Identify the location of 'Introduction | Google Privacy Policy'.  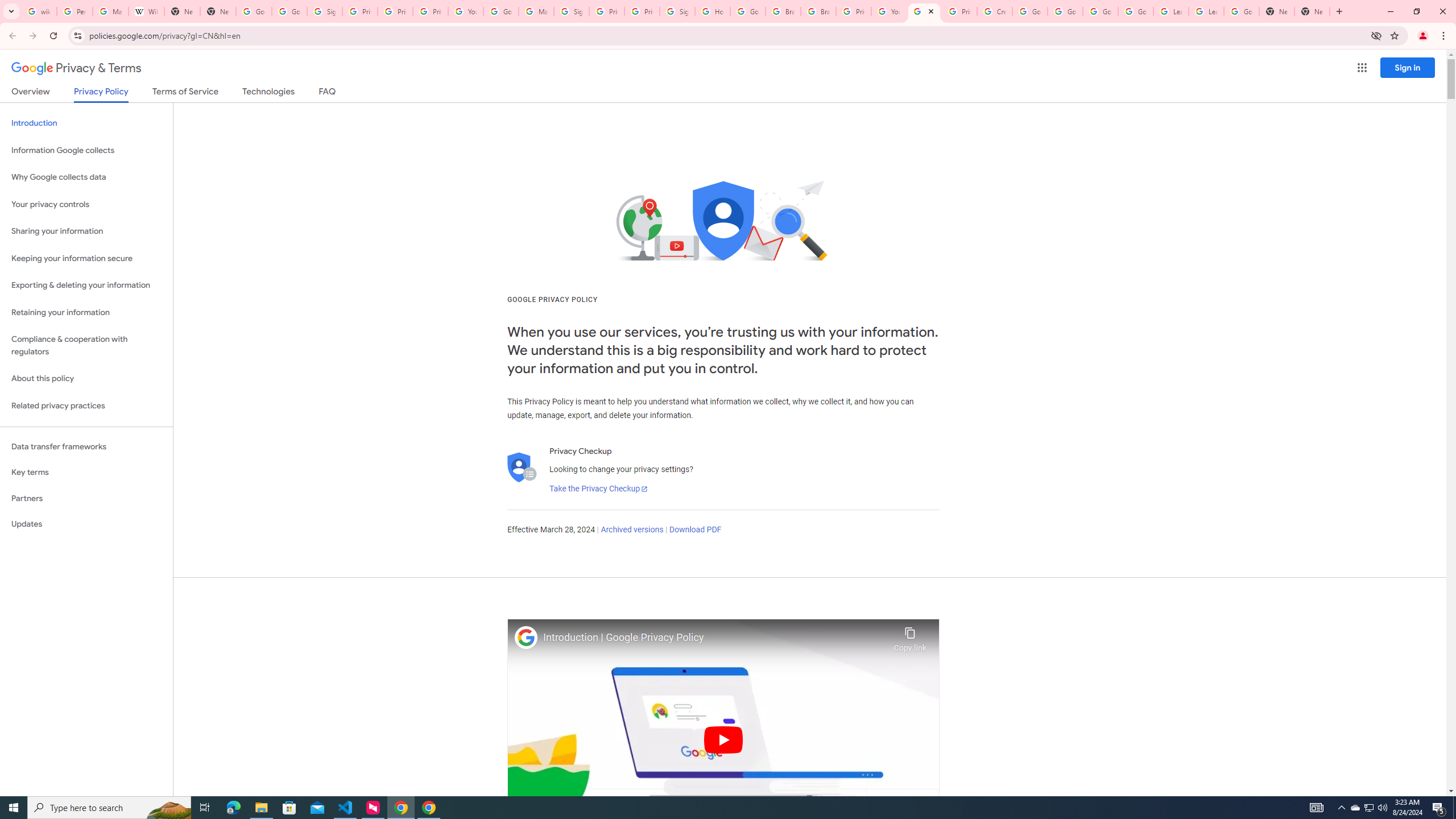
(715, 638).